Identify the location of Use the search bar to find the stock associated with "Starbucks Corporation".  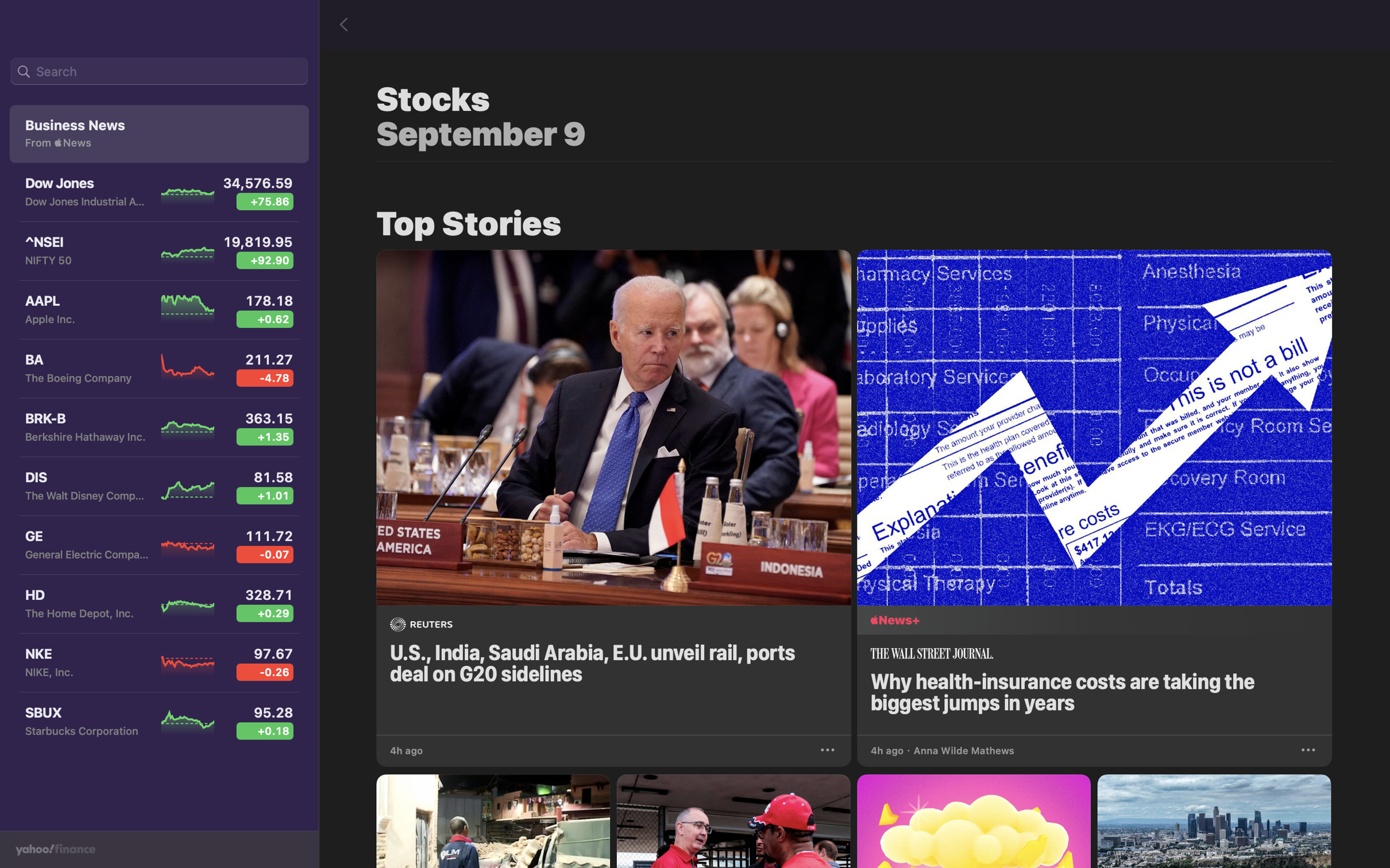
(159, 72).